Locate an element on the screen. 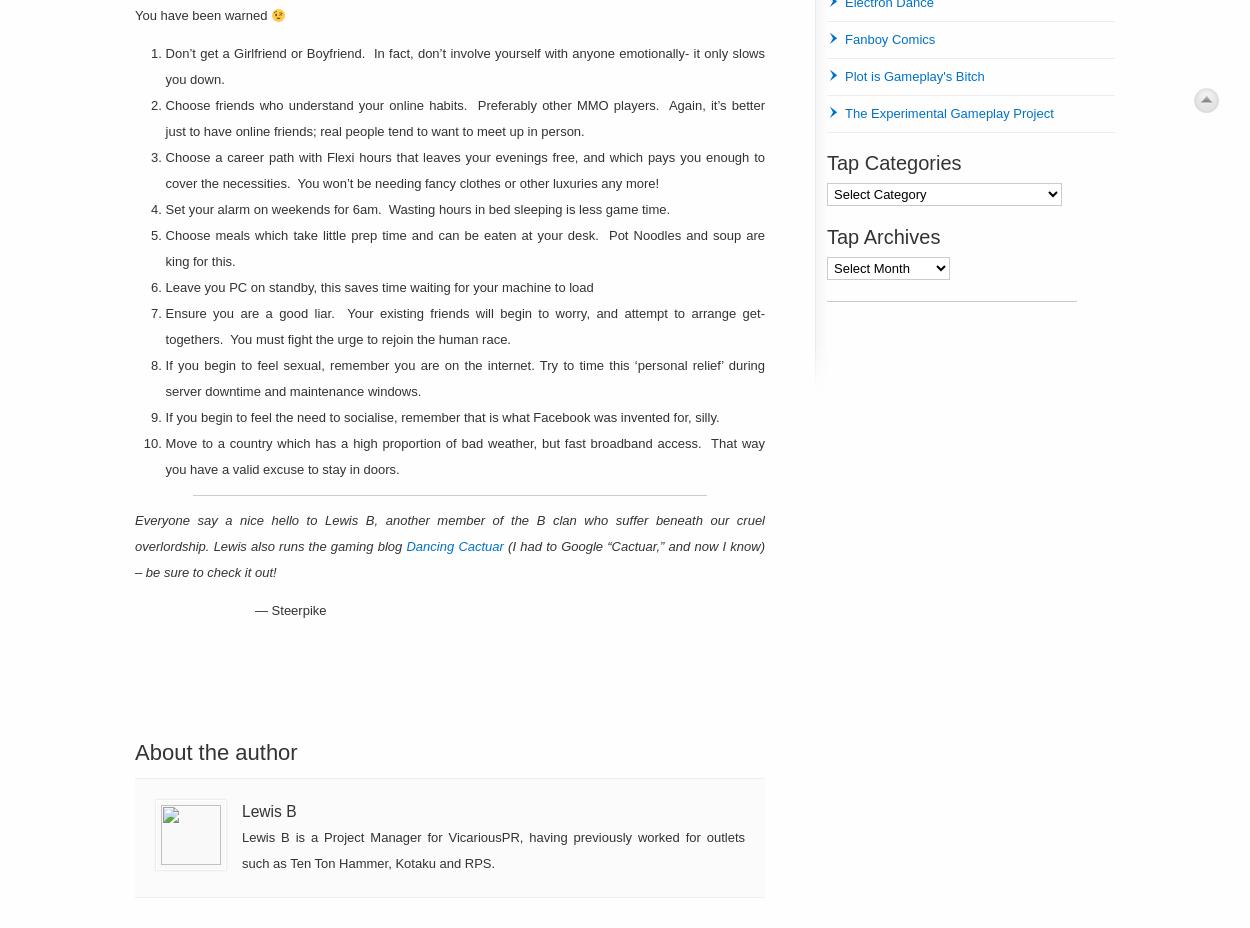  '(I had to Google “Cactuar,” and now I know) – be sure to check it out!' is located at coordinates (449, 558).